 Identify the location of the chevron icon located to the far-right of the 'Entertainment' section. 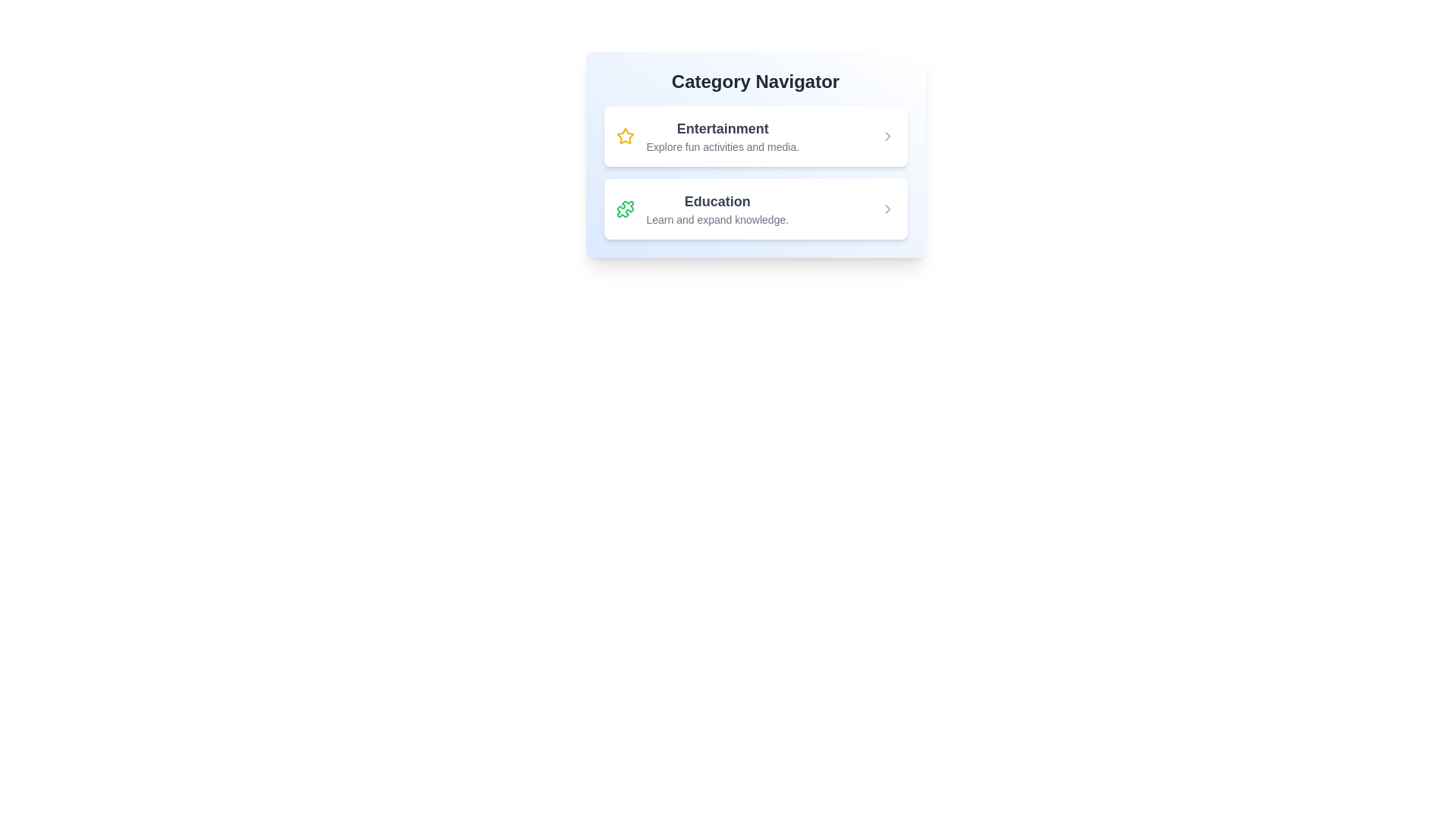
(887, 136).